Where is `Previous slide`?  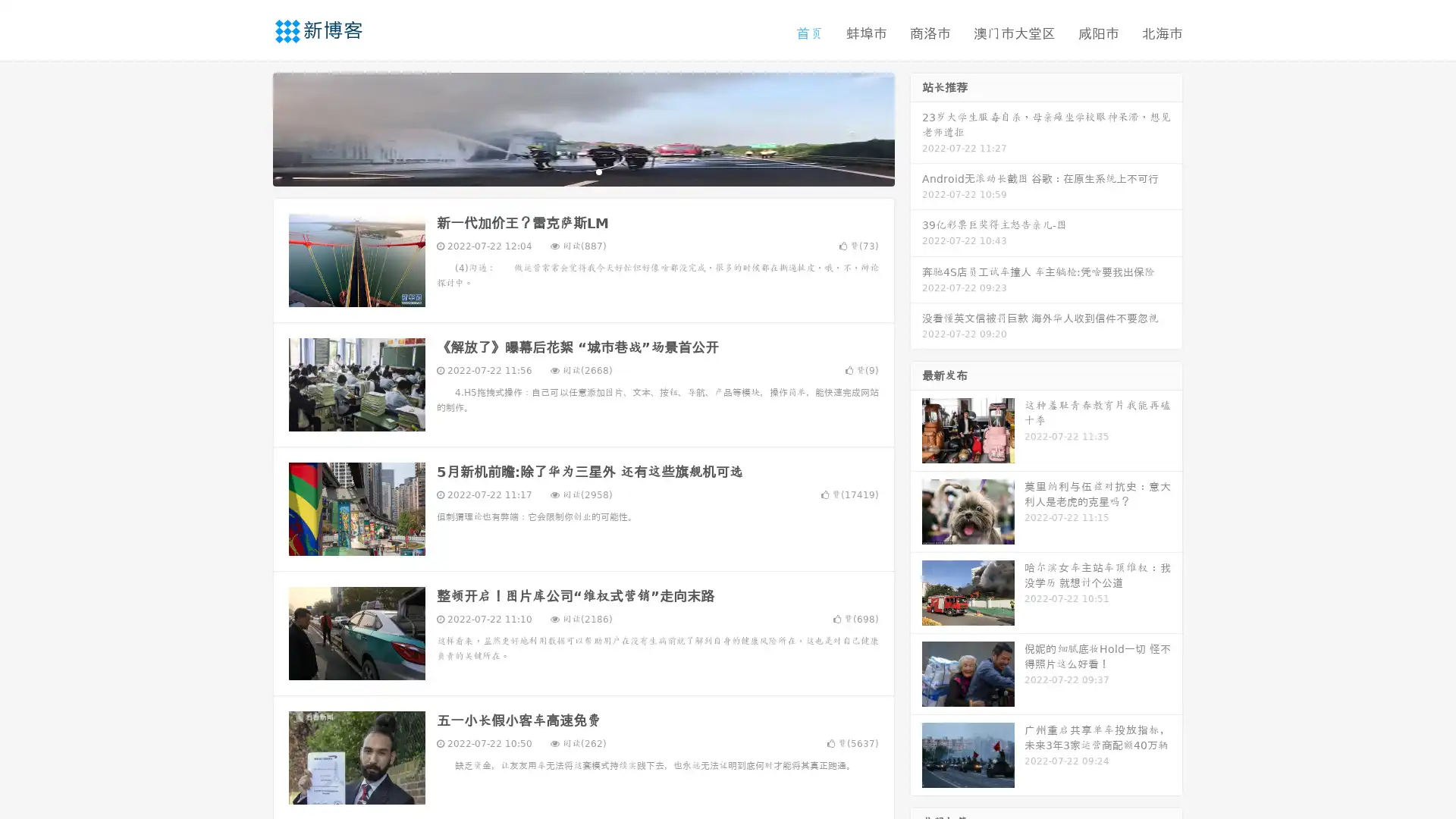 Previous slide is located at coordinates (250, 127).